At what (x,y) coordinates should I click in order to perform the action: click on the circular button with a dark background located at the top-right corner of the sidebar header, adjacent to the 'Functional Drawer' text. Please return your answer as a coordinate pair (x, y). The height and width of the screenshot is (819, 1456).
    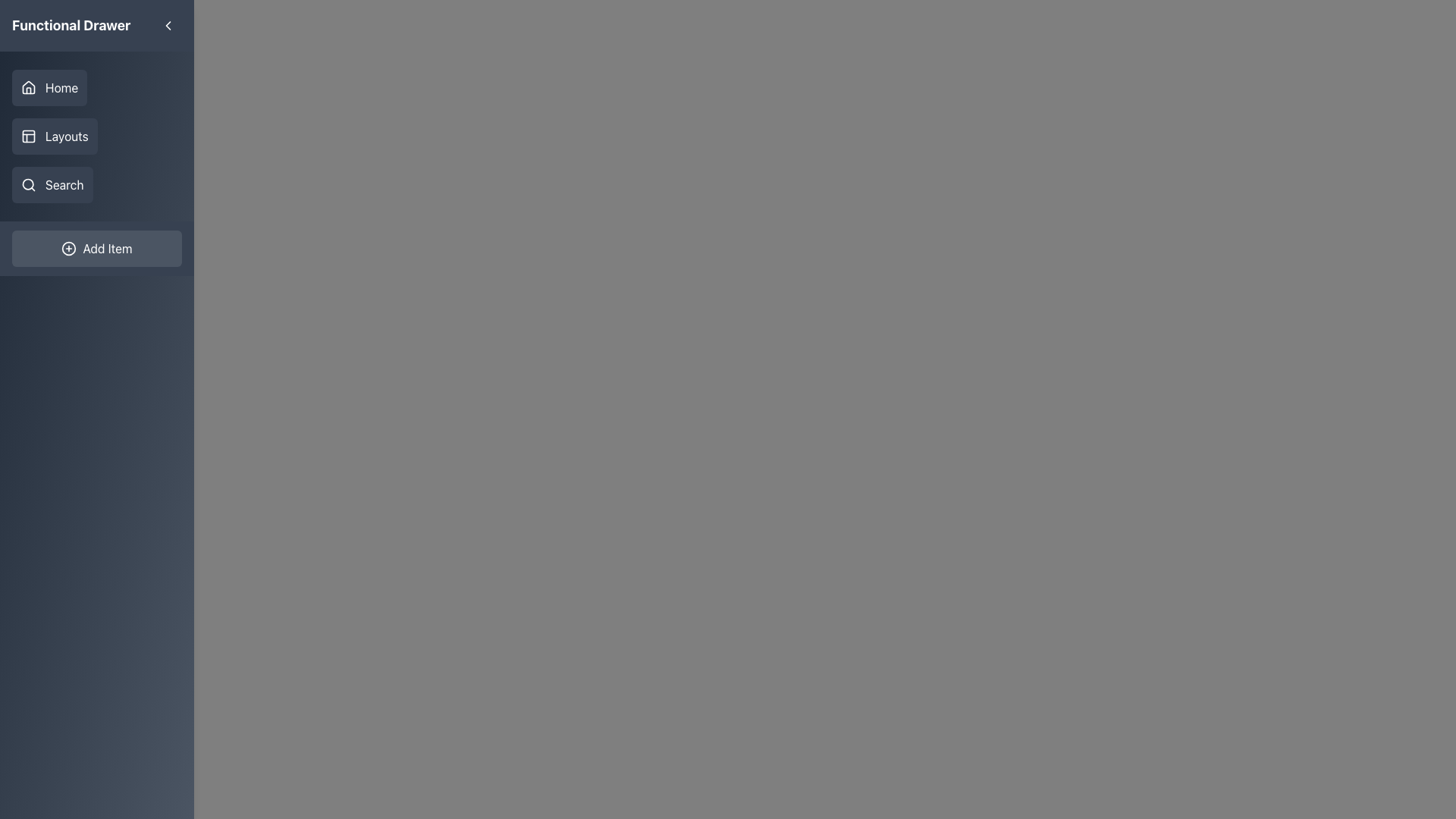
    Looking at the image, I should click on (168, 26).